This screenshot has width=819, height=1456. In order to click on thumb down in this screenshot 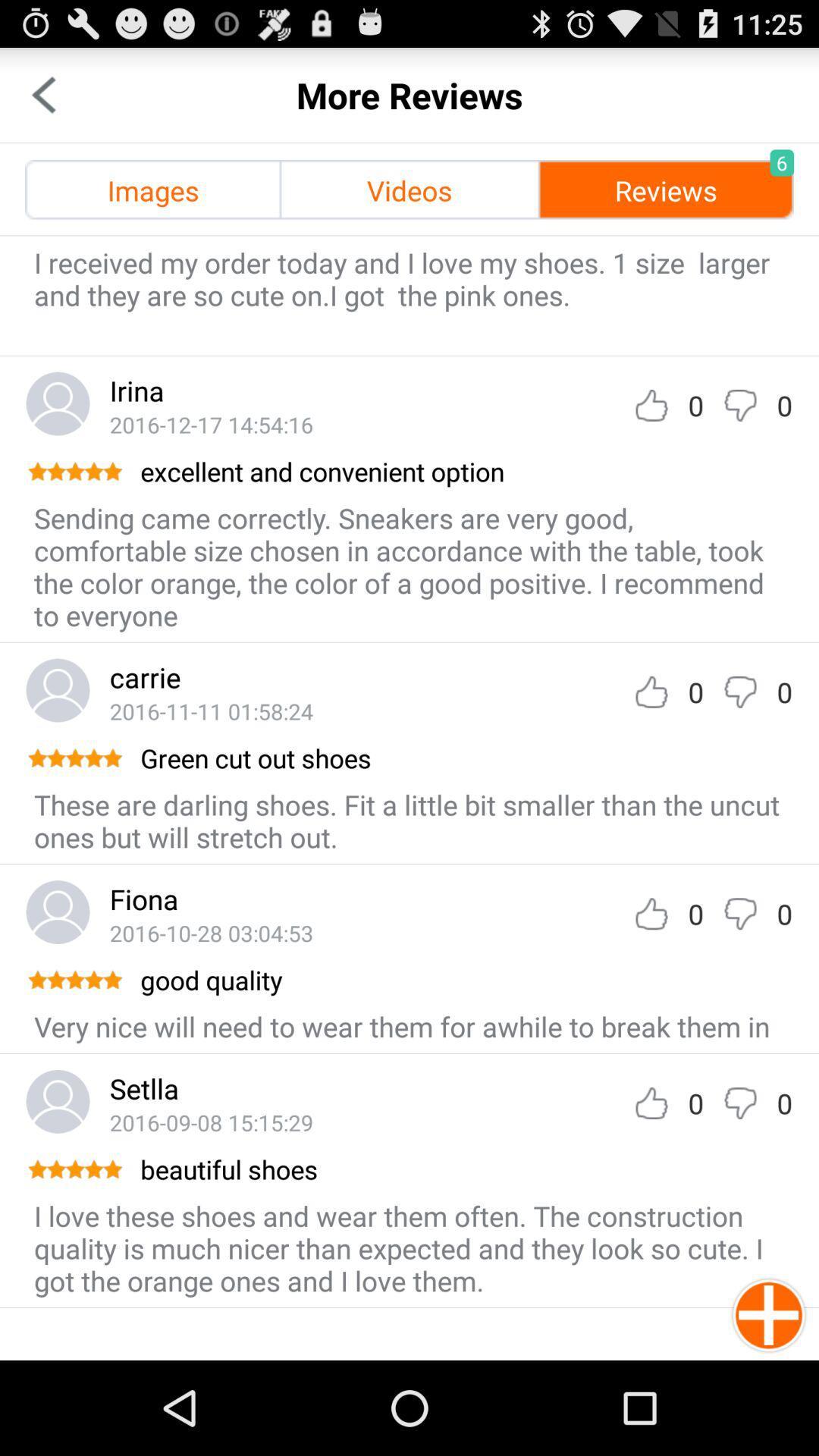, I will do `click(739, 913)`.